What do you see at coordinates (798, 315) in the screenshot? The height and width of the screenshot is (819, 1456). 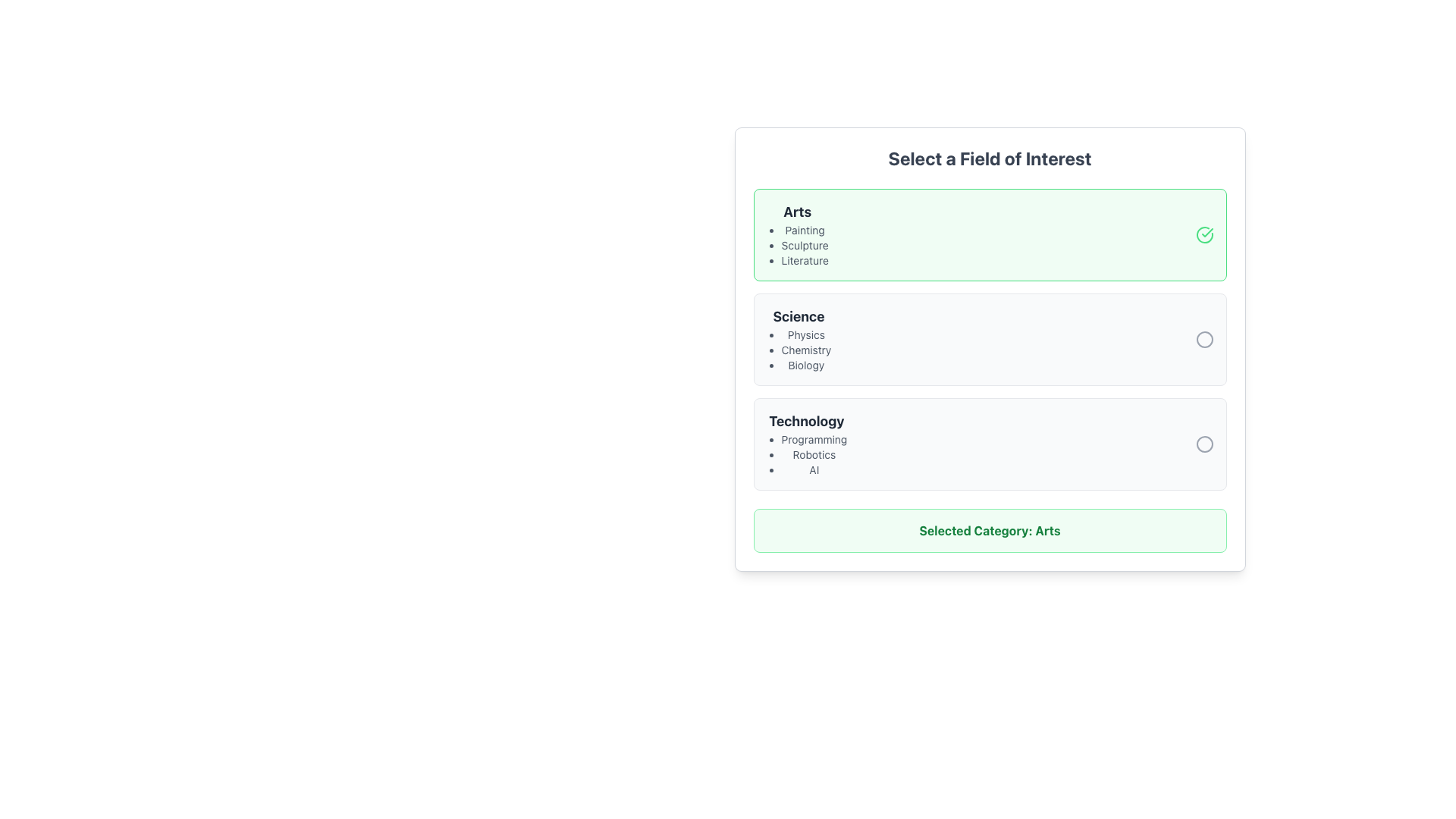 I see `the heading or label text that categorizes the items under 'Science' in the field of interest selection interface` at bounding box center [798, 315].